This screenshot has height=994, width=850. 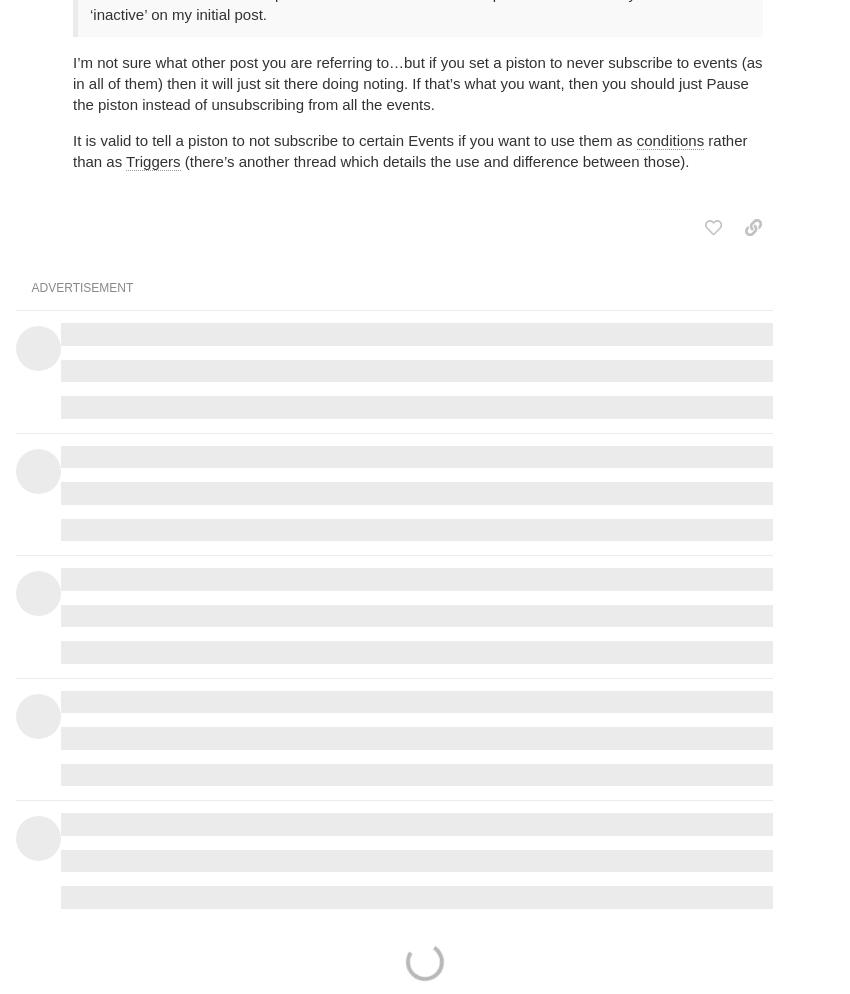 What do you see at coordinates (737, 246) in the screenshot?
I see `'Mar '18'` at bounding box center [737, 246].